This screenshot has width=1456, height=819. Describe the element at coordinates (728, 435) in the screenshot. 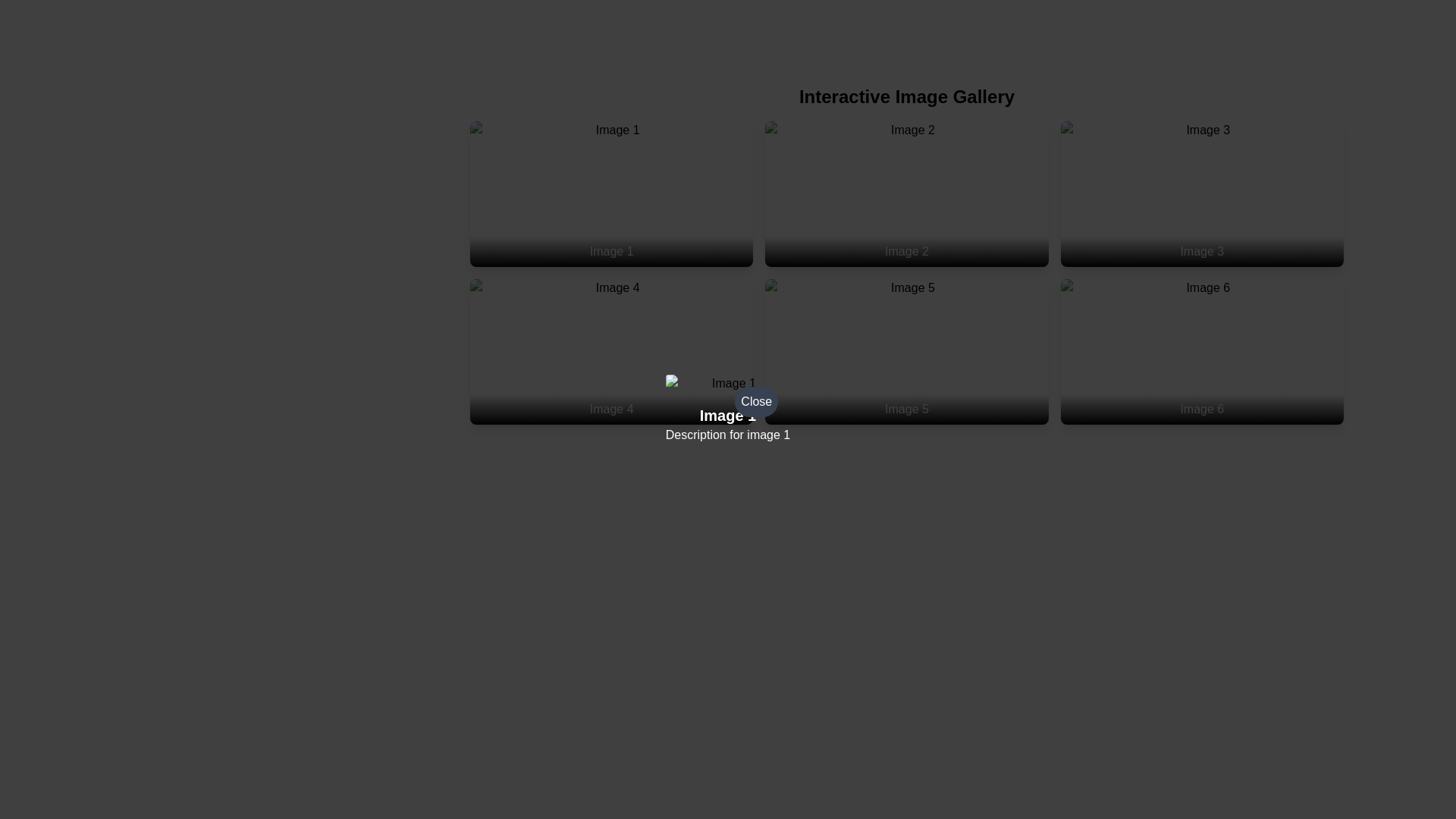

I see `the text block displaying 'Description for image 1', which is centrally aligned below 'Image 1' and has white text on a grayish background` at that location.